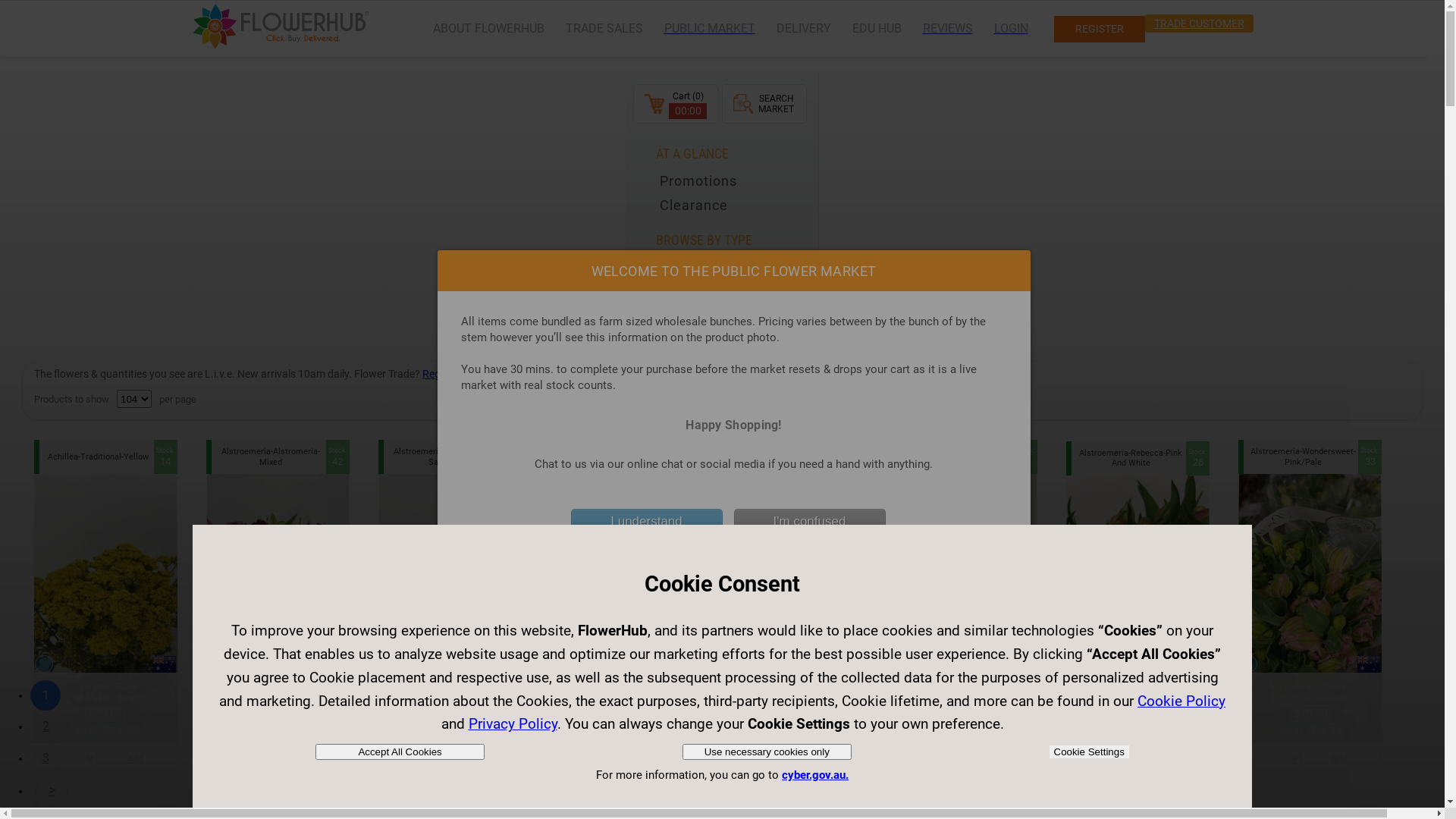  Describe the element at coordinates (1198, 23) in the screenshot. I see `'TRADE CUSTOMER'` at that location.